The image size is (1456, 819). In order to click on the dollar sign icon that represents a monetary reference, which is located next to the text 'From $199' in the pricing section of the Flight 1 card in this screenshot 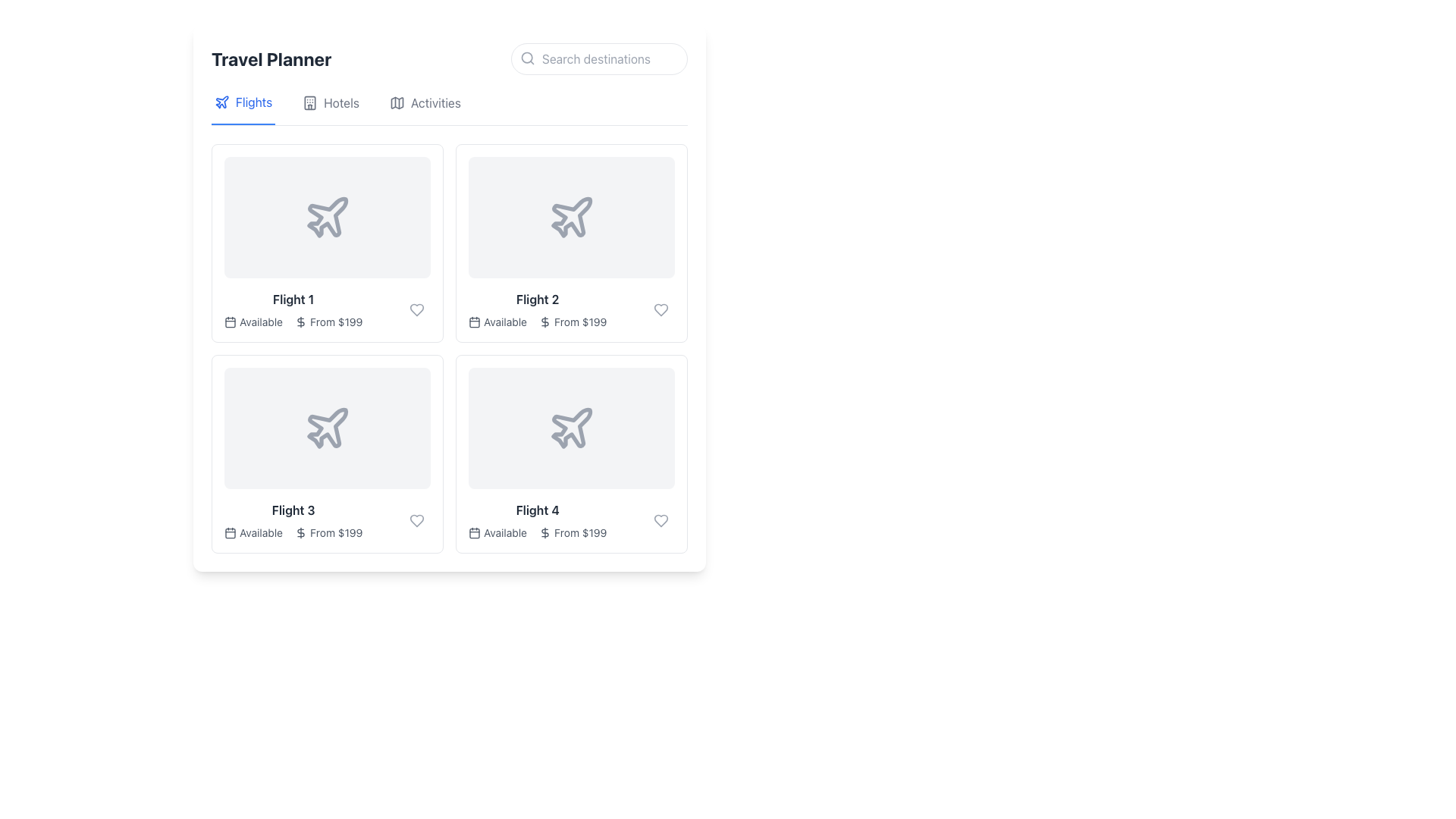, I will do `click(301, 321)`.